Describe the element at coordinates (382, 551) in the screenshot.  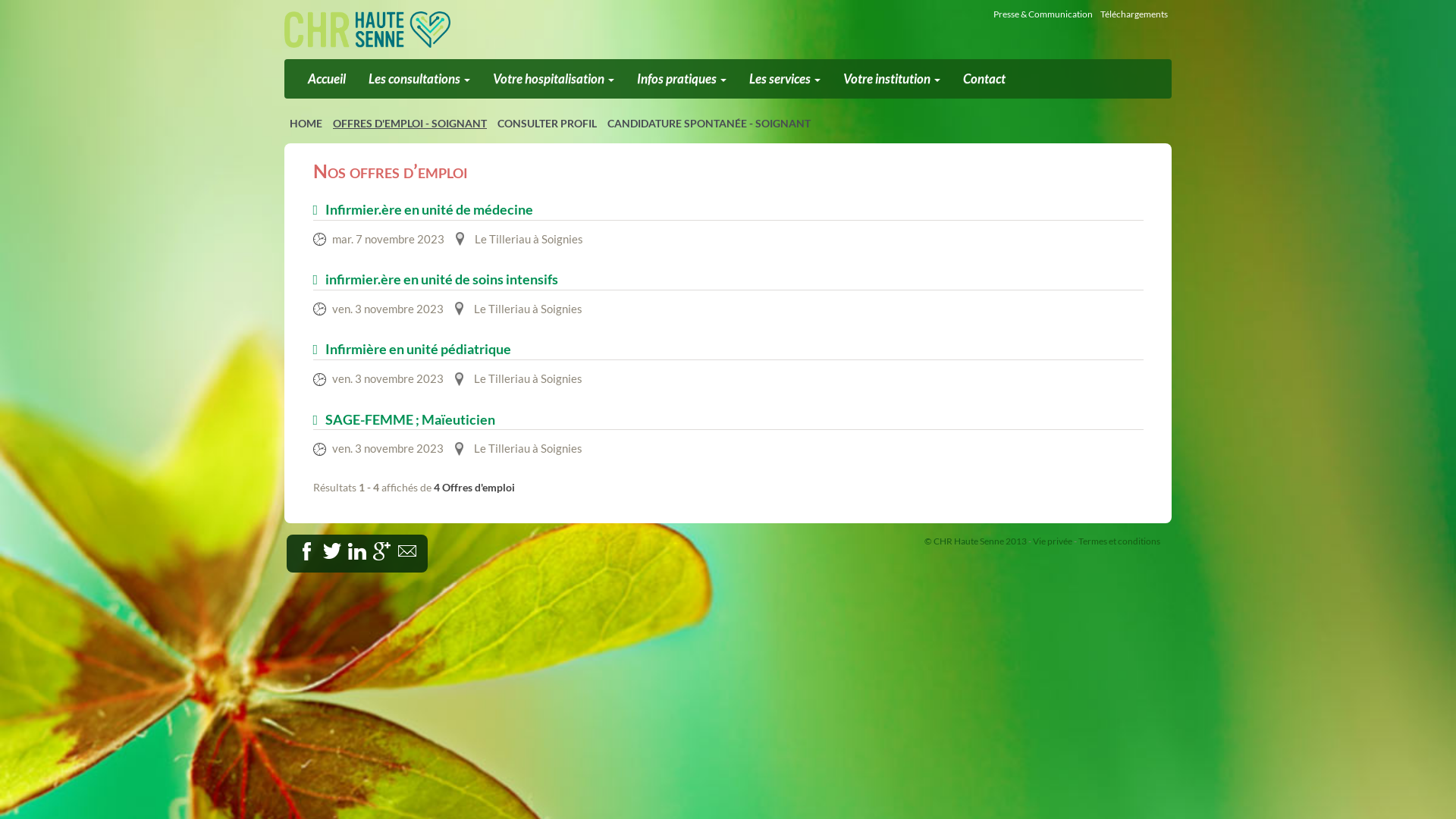
I see `'Google+'` at that location.